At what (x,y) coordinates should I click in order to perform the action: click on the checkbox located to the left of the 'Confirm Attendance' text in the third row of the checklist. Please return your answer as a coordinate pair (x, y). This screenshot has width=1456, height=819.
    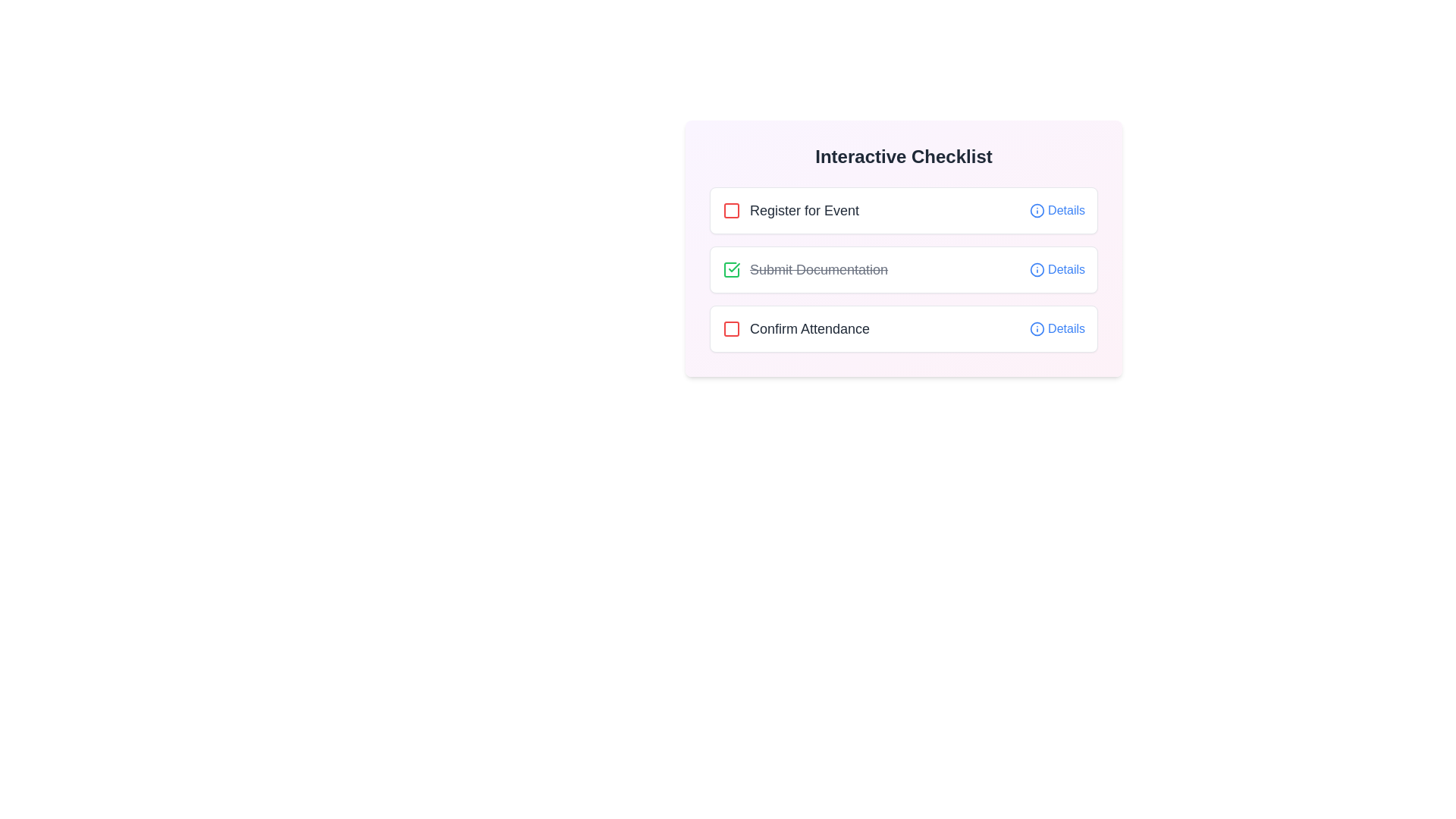
    Looking at the image, I should click on (731, 328).